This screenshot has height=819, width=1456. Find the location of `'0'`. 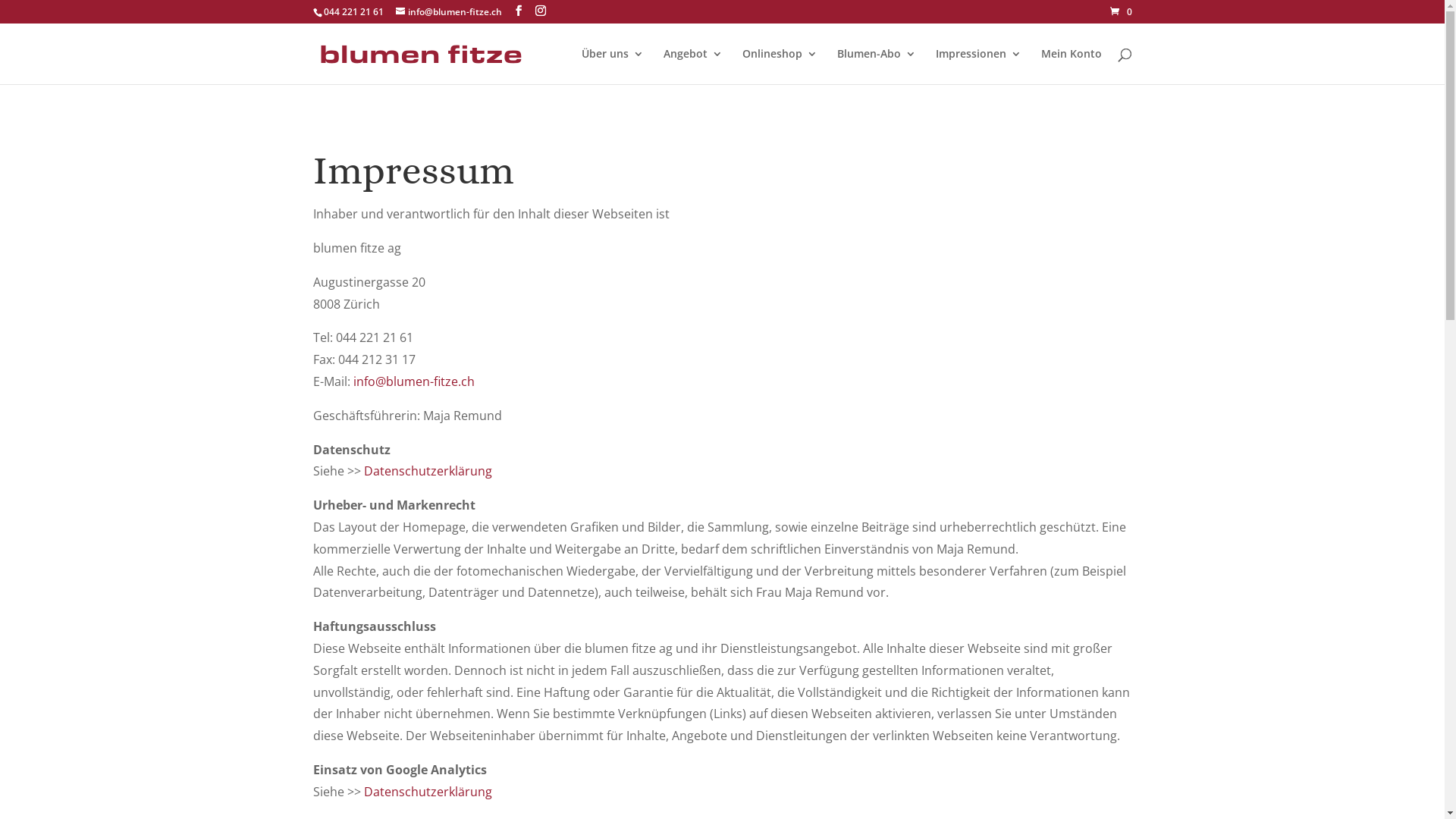

'0' is located at coordinates (1121, 11).